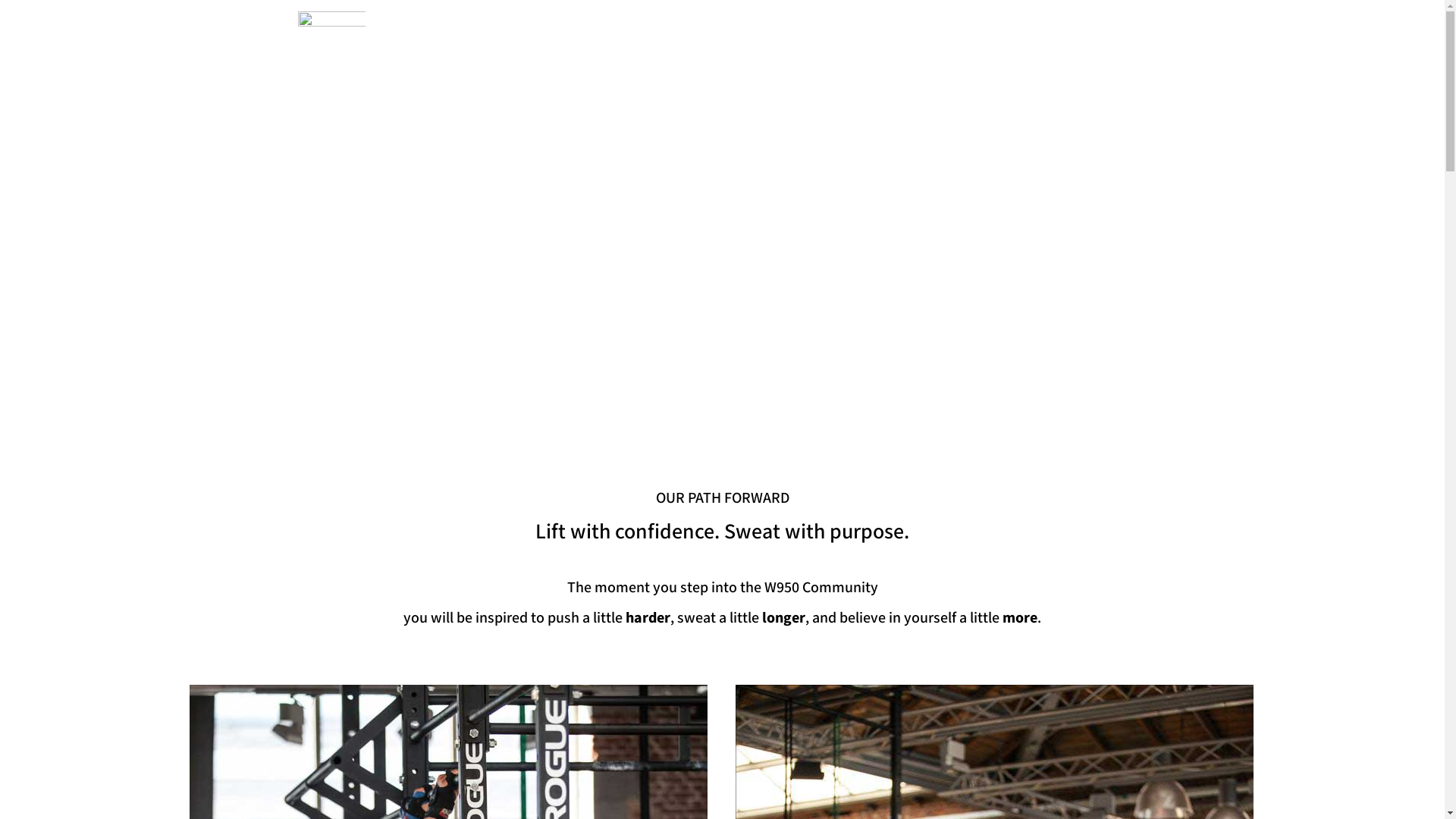  I want to click on 'JOIN US', so click(1098, 27).